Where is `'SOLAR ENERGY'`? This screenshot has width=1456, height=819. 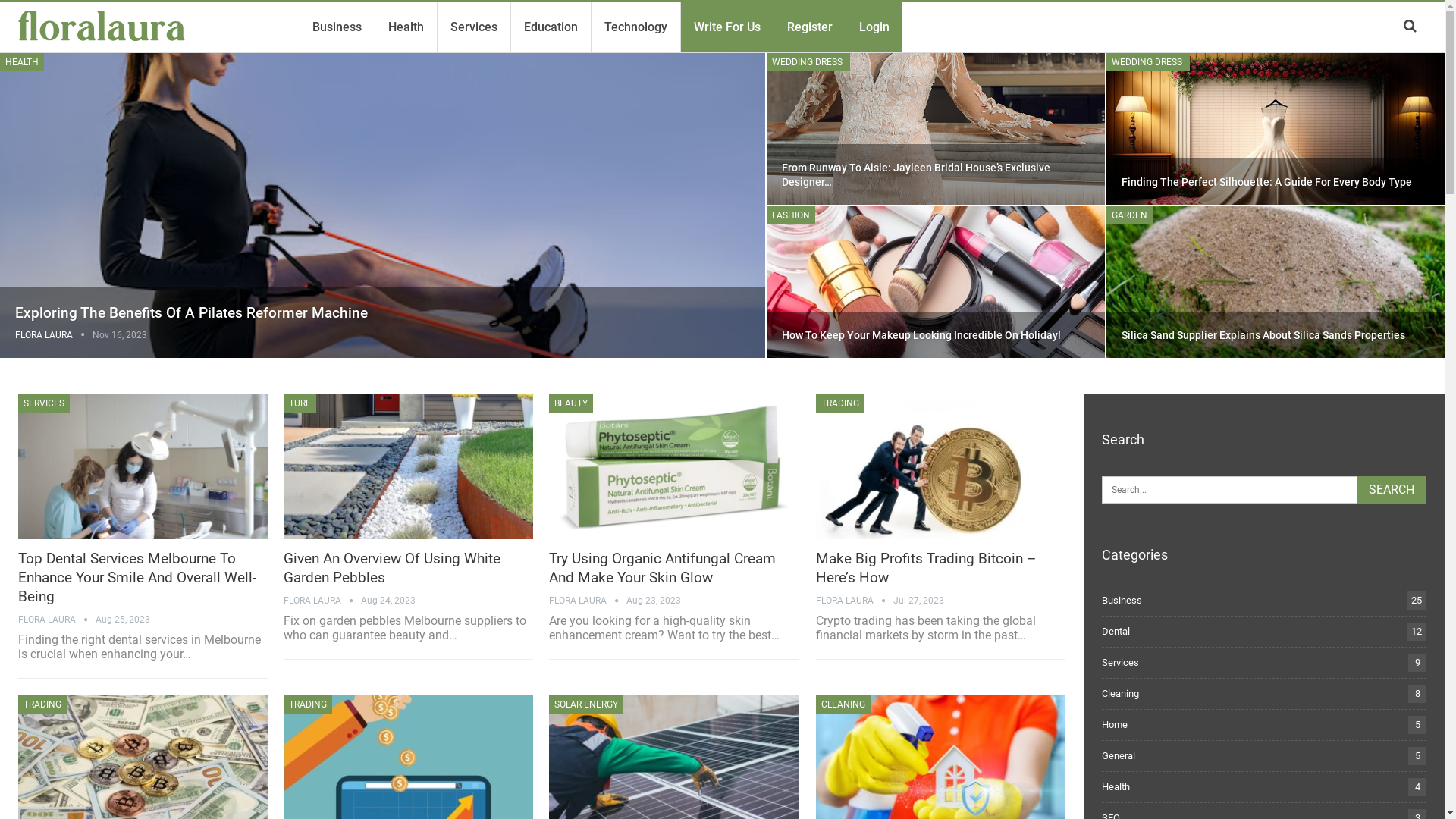
'SOLAR ENERGY' is located at coordinates (585, 704).